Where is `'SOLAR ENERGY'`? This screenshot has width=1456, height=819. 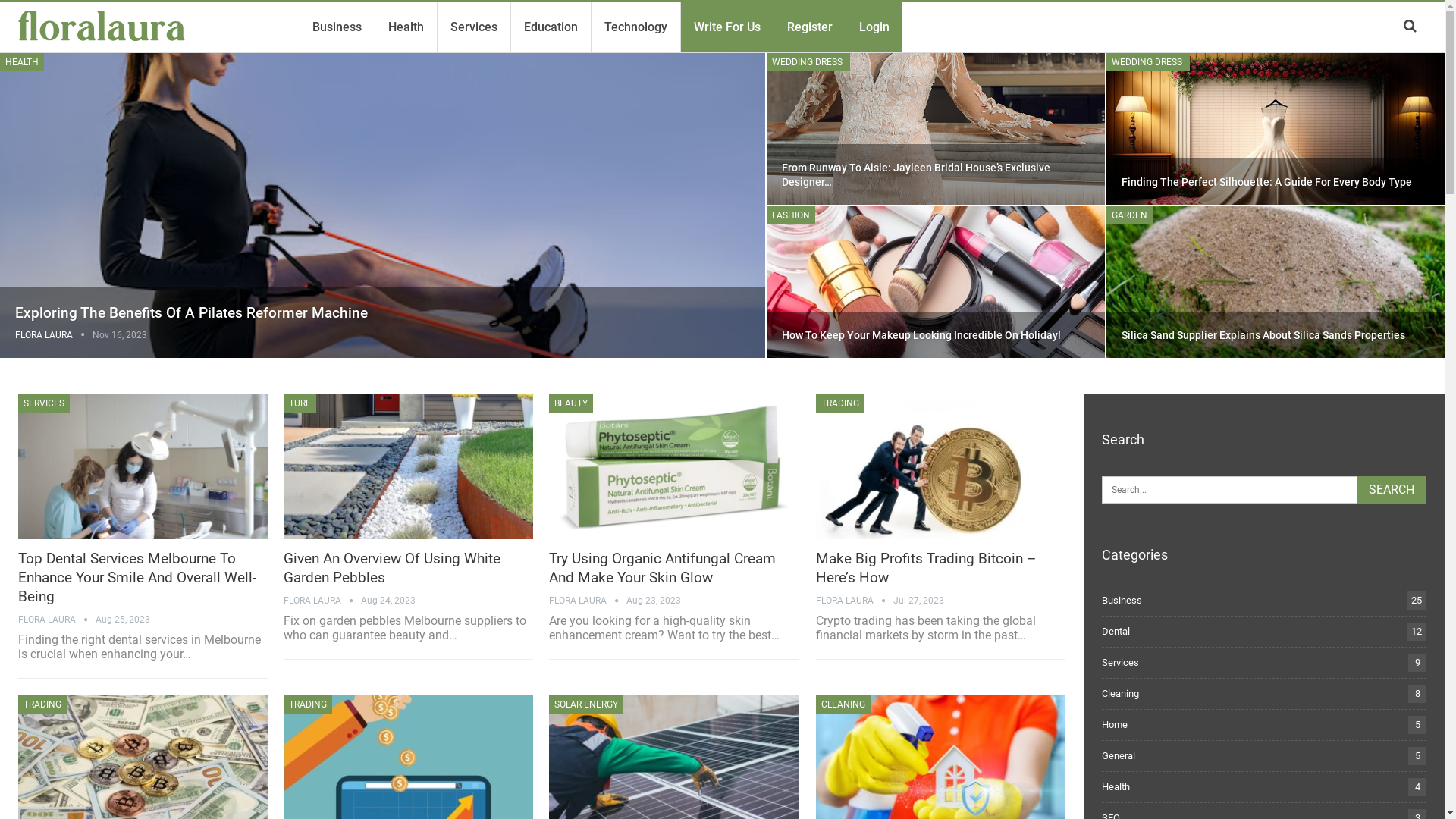
'SOLAR ENERGY' is located at coordinates (585, 704).